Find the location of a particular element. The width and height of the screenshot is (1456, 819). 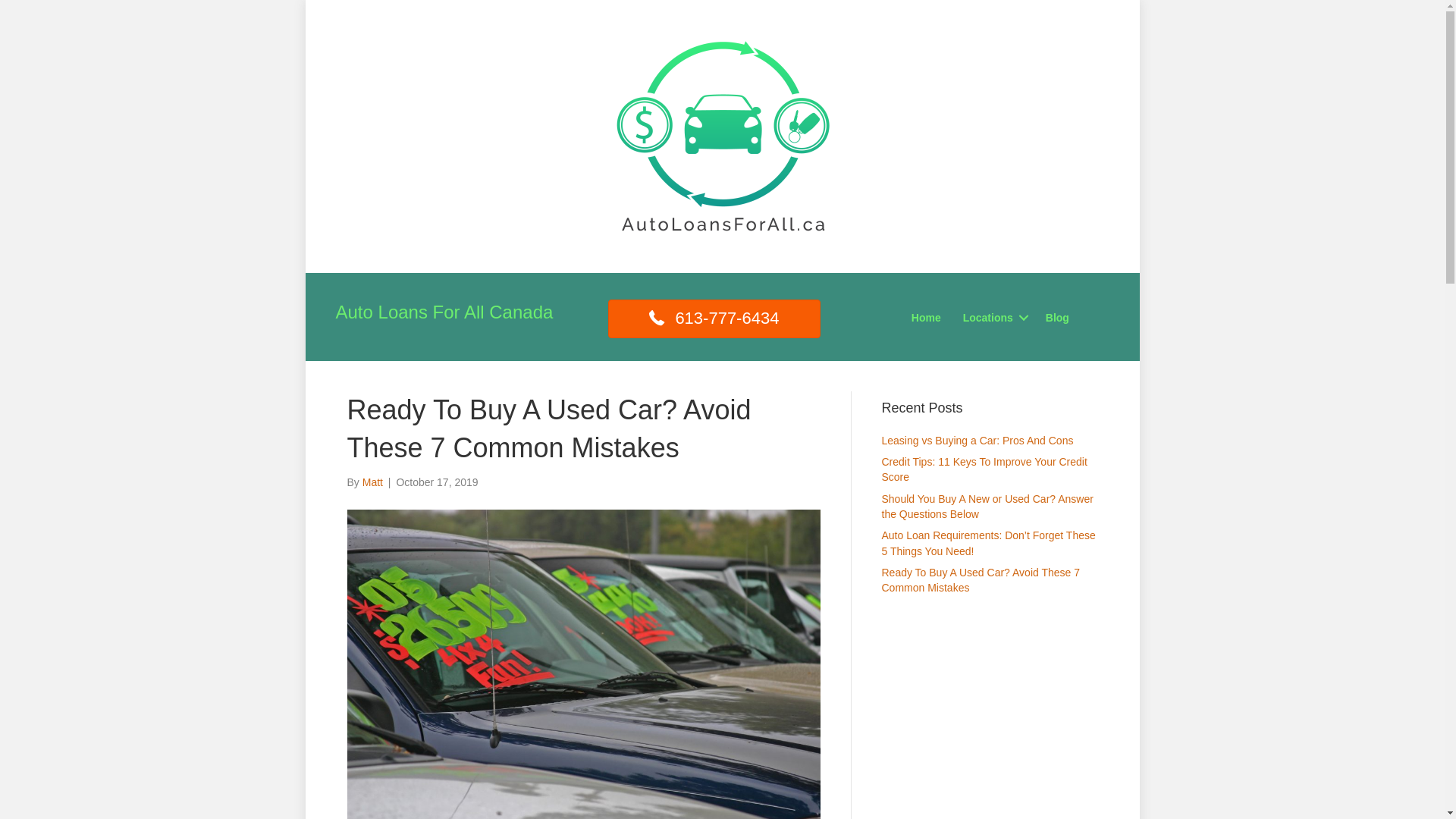

'Ready To Buy A Used Car? Avoid These 7 Common Mistakes' is located at coordinates (980, 579).